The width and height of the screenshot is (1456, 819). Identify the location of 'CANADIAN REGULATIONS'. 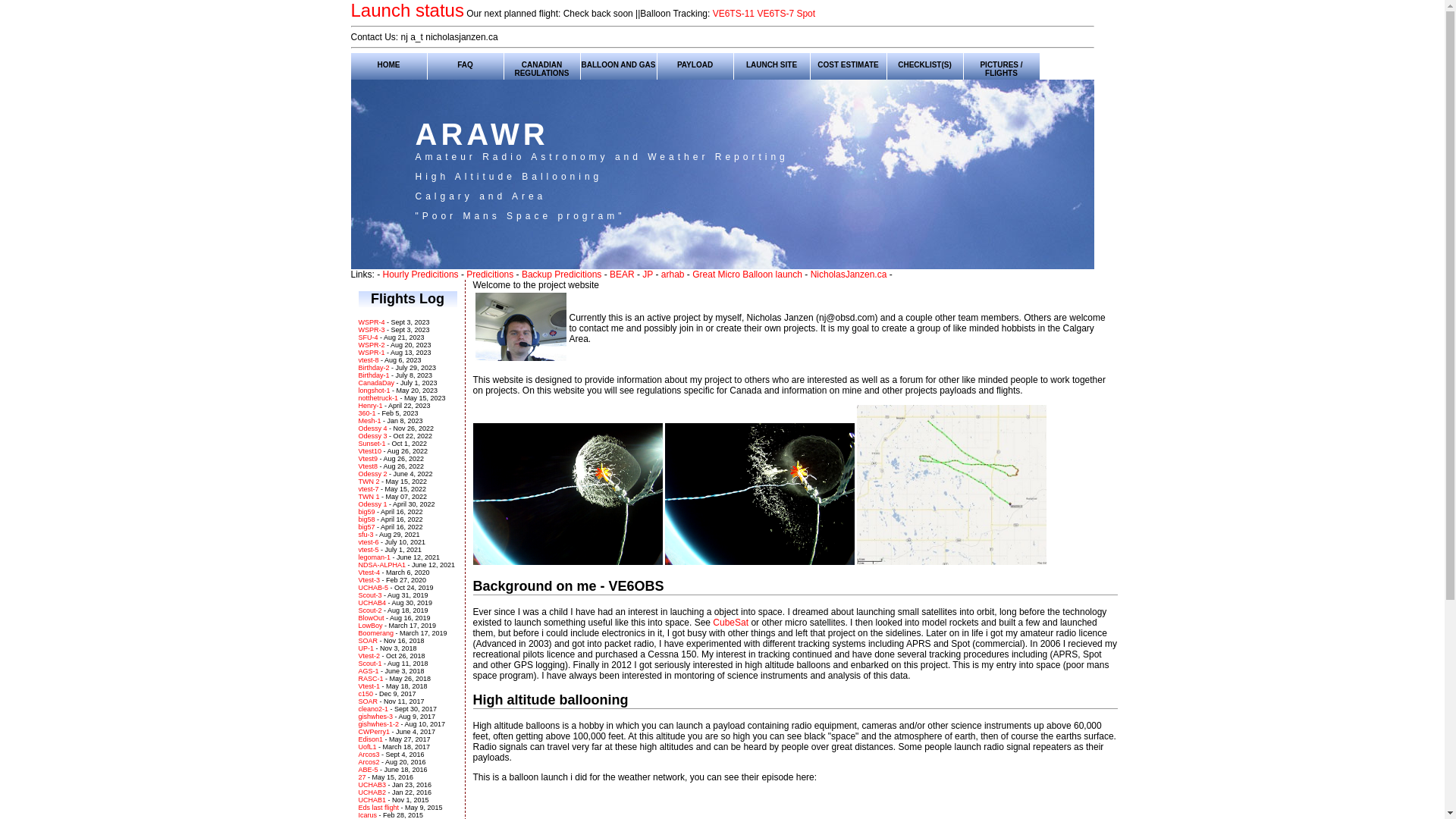
(541, 63).